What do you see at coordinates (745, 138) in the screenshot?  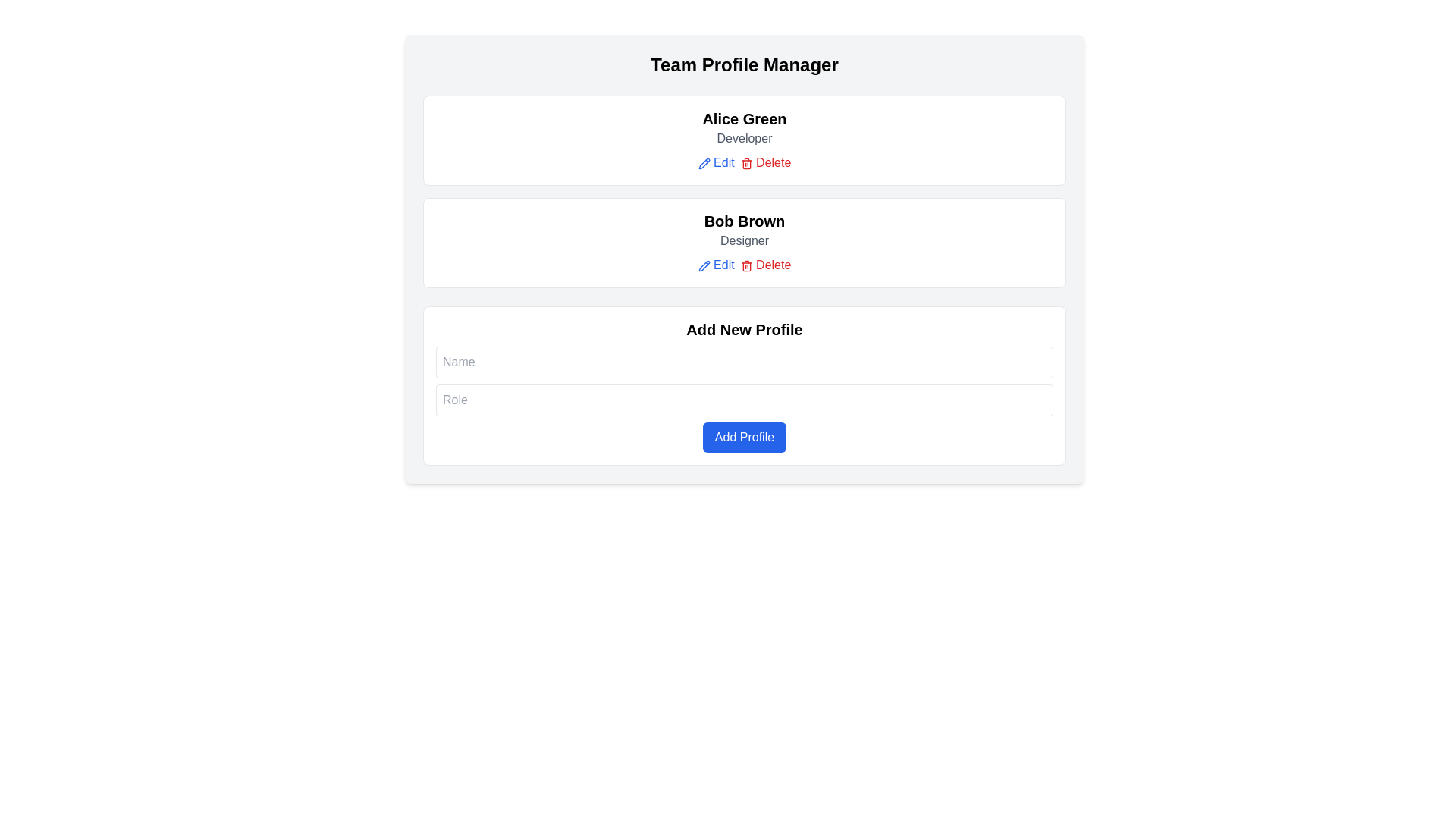 I see `the text label displaying 'Developer', which is styled in gray and located below the 'Alice Green' header and above the 'Edit' and 'Delete' action links` at bounding box center [745, 138].